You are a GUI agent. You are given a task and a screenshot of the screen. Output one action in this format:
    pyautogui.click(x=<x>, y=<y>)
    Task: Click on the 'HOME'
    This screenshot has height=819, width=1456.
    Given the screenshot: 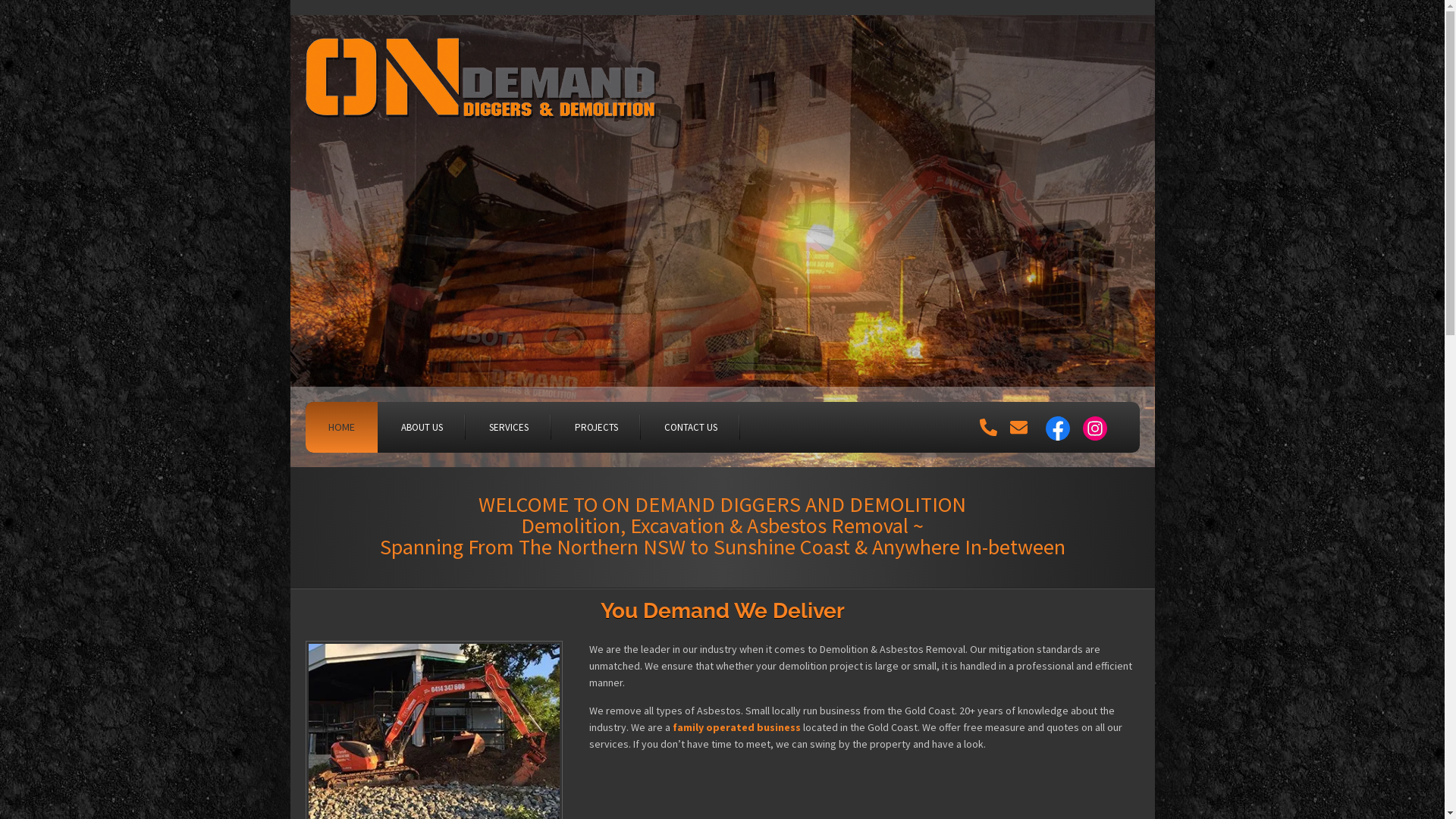 What is the action you would take?
    pyautogui.click(x=340, y=427)
    